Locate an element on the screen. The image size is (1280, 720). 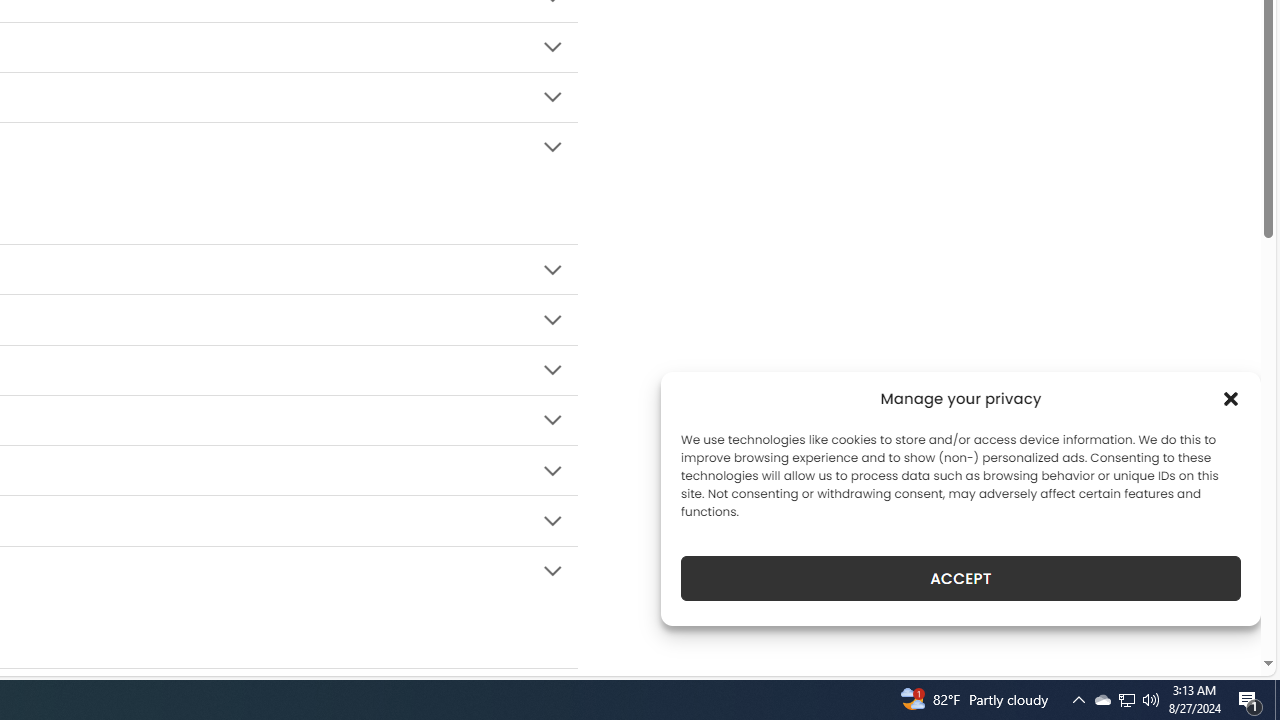
'ACCEPT' is located at coordinates (961, 578).